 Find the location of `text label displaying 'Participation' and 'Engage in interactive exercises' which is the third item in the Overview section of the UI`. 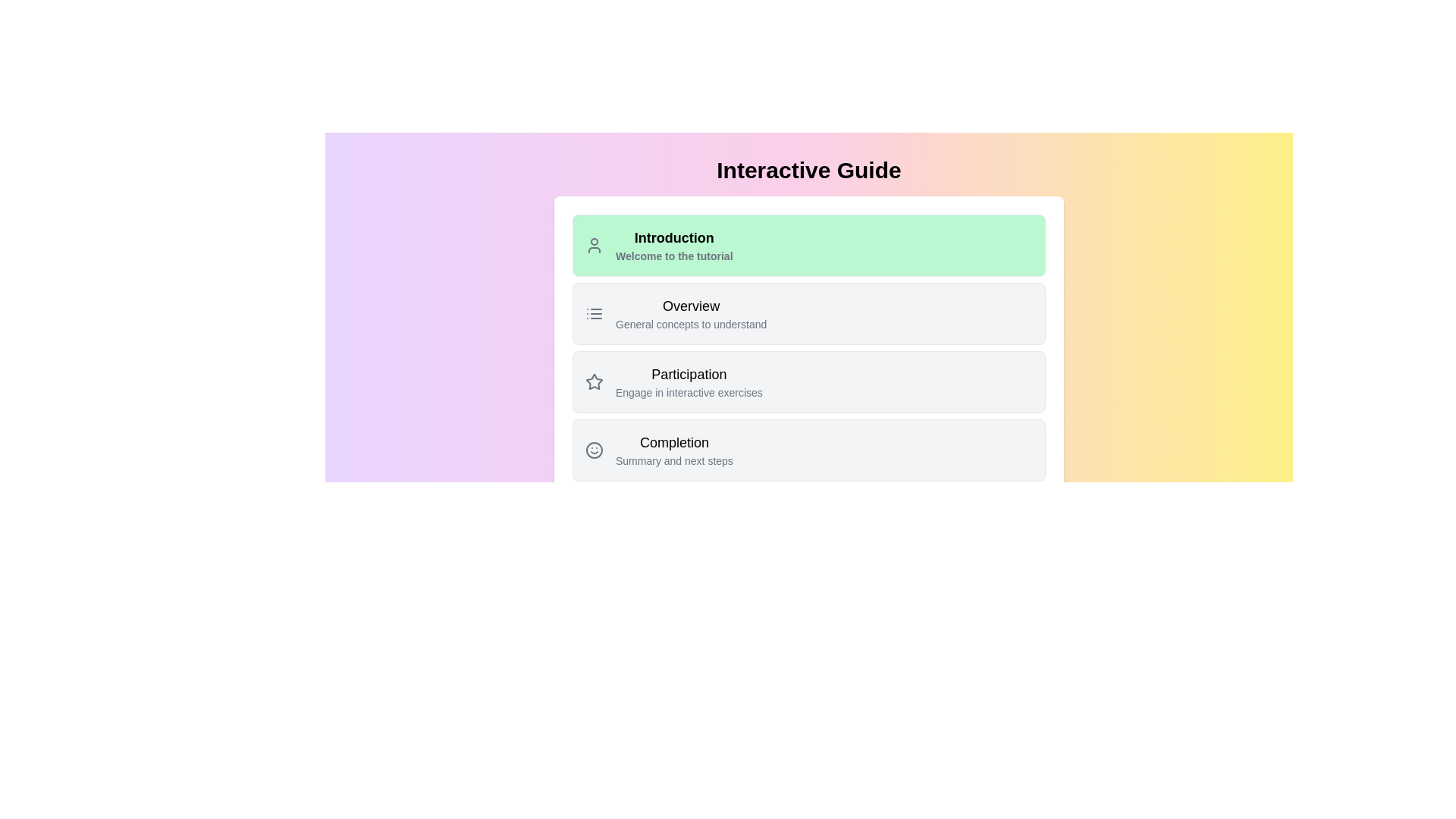

text label displaying 'Participation' and 'Engage in interactive exercises' which is the third item in the Overview section of the UI is located at coordinates (688, 381).